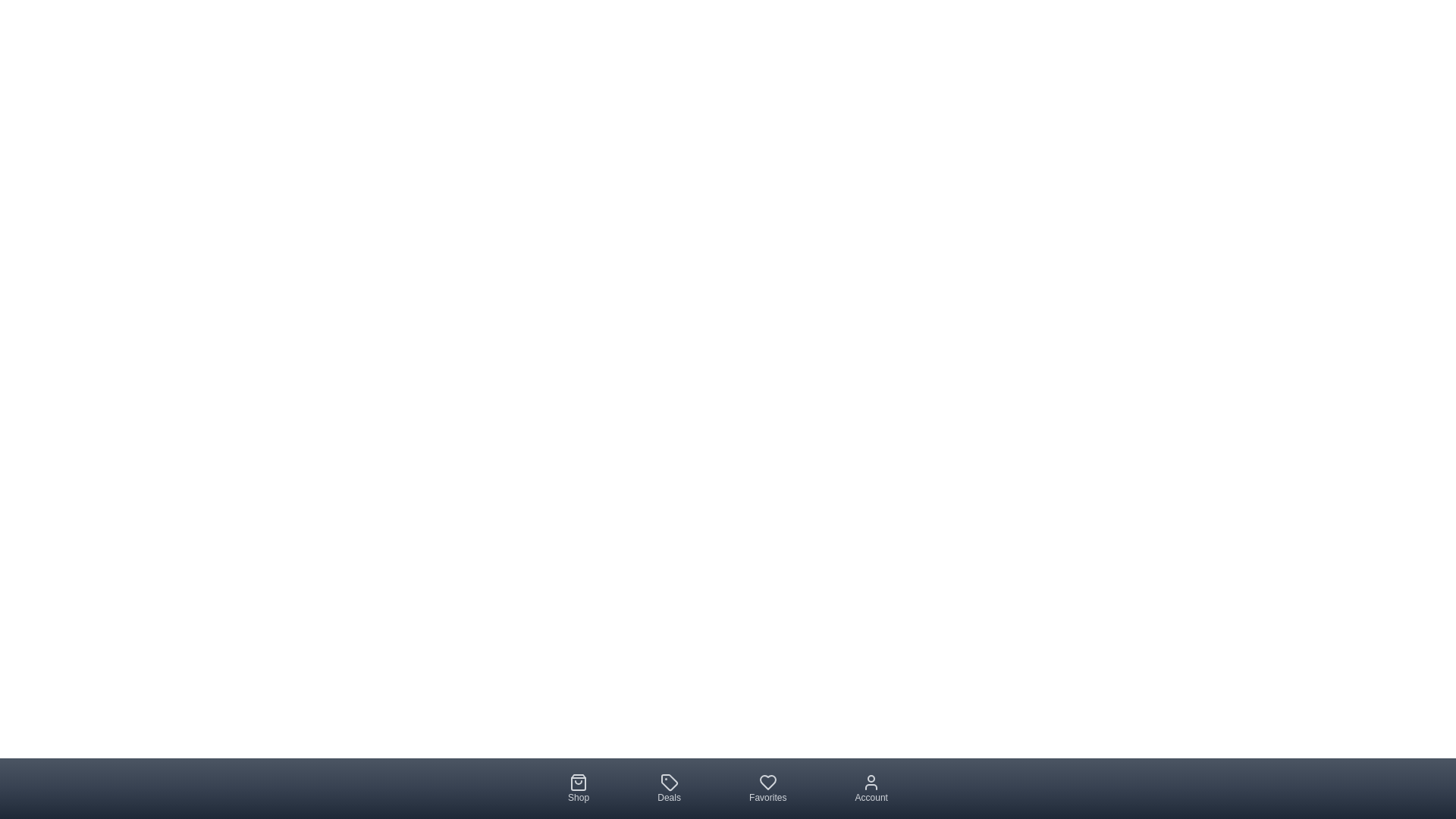 The image size is (1456, 819). Describe the element at coordinates (668, 788) in the screenshot. I see `the 'Deals' tab in the bottom navigation bar` at that location.